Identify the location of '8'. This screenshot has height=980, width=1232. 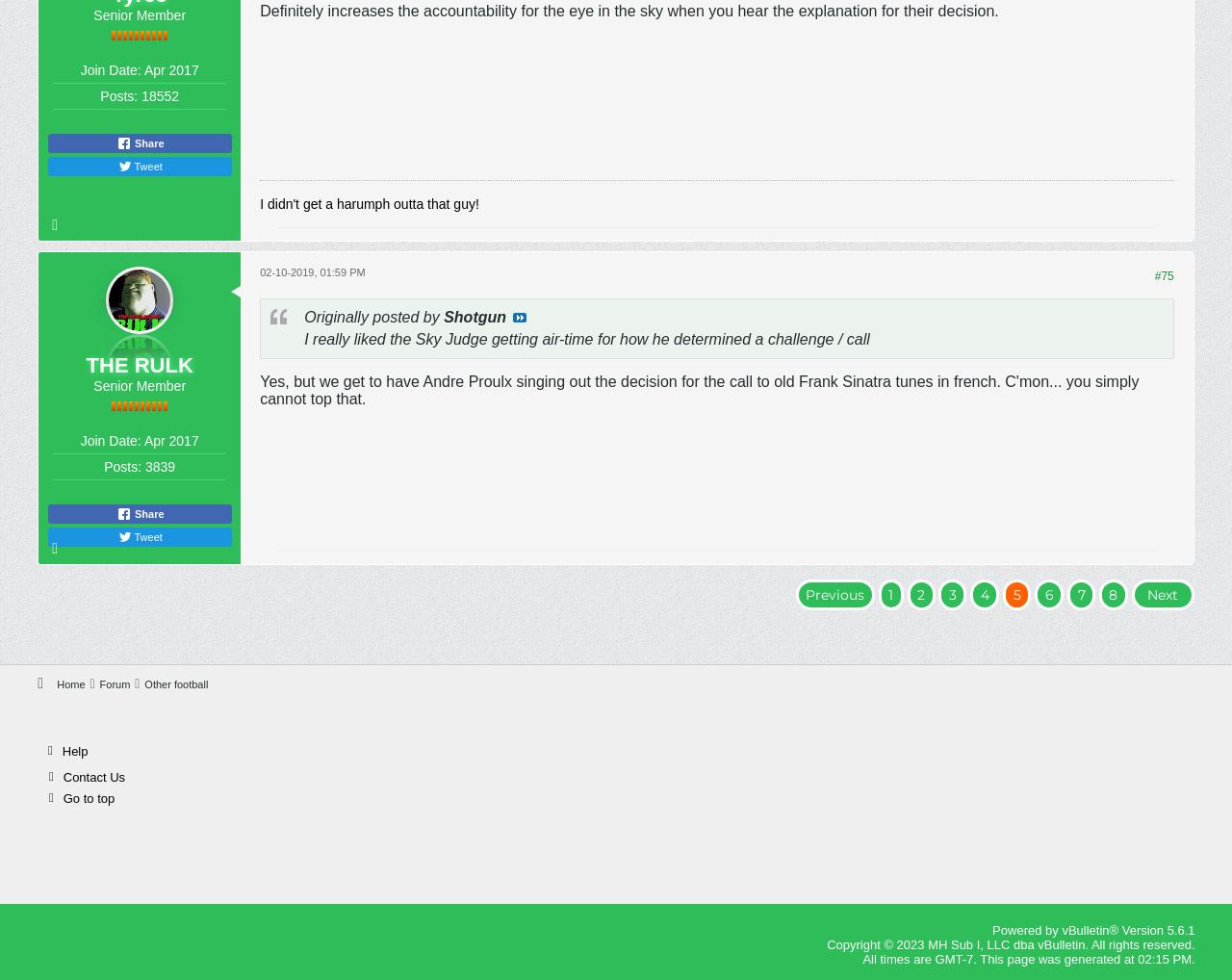
(1113, 593).